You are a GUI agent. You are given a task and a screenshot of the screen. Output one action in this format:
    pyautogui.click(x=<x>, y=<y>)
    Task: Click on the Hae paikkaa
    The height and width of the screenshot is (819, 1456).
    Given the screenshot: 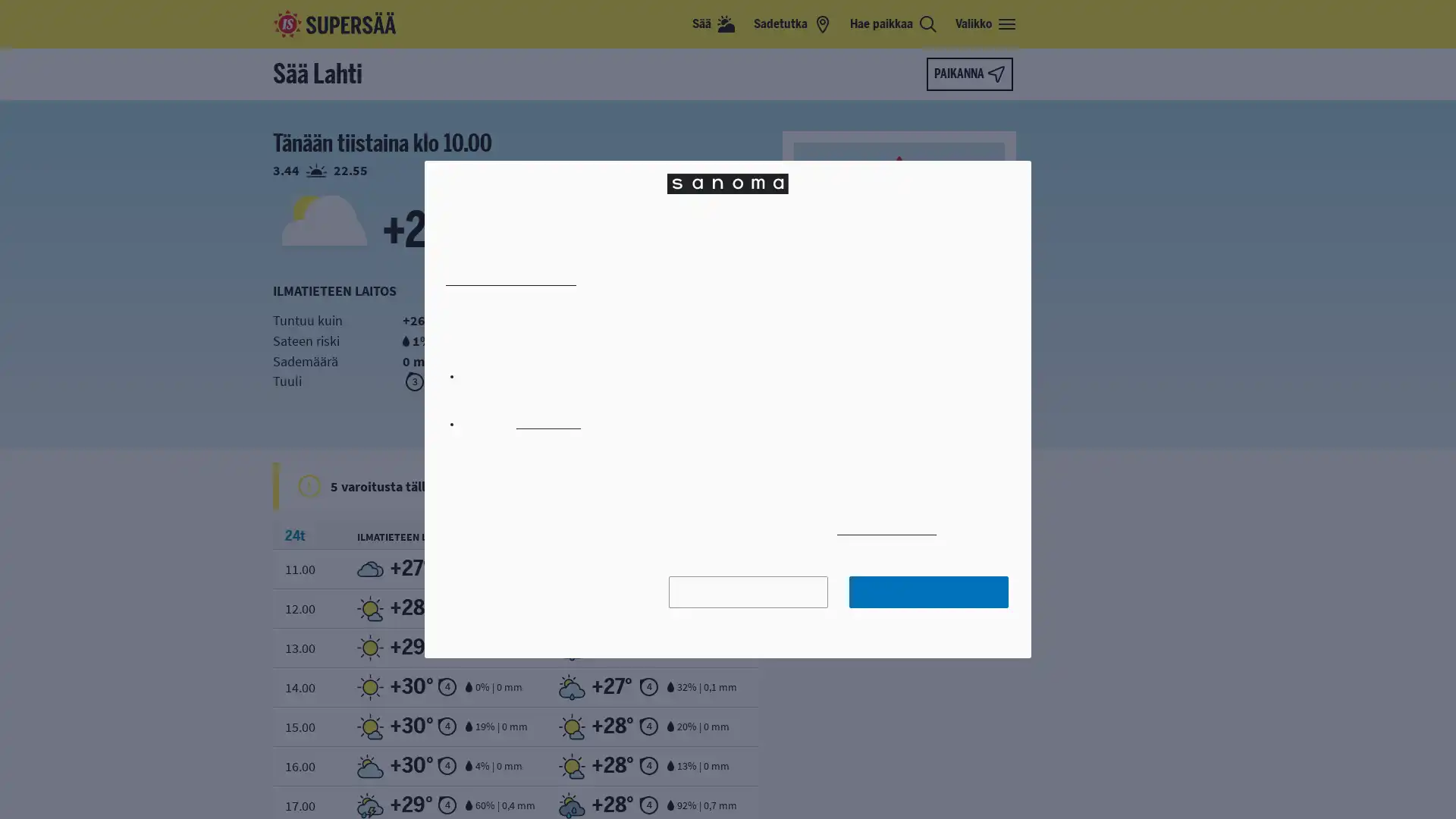 What is the action you would take?
    pyautogui.click(x=893, y=24)
    